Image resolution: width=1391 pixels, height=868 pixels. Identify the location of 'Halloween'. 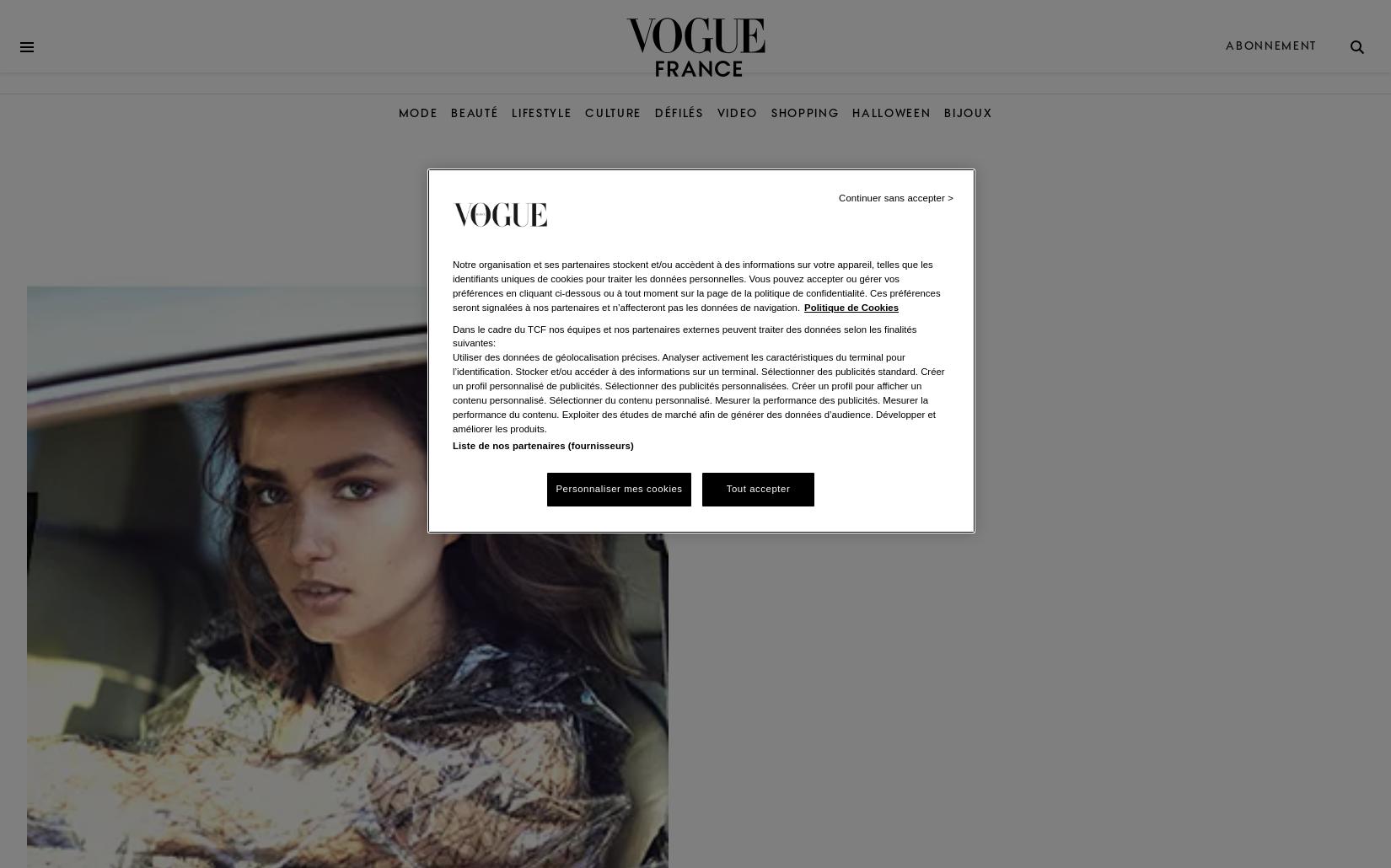
(891, 112).